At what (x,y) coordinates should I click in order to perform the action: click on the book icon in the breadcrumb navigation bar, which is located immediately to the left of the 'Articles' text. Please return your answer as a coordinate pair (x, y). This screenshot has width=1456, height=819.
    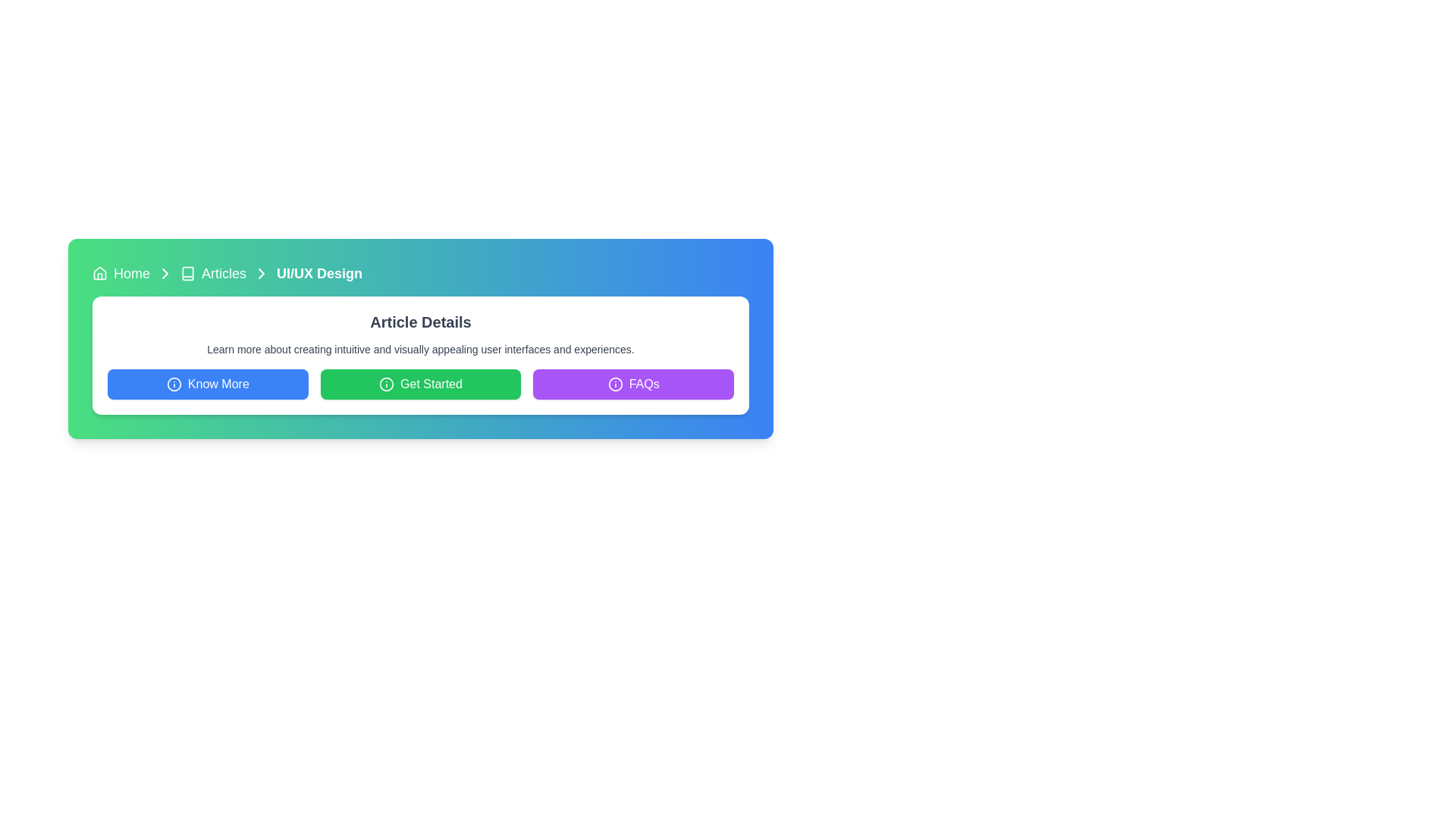
    Looking at the image, I should click on (187, 274).